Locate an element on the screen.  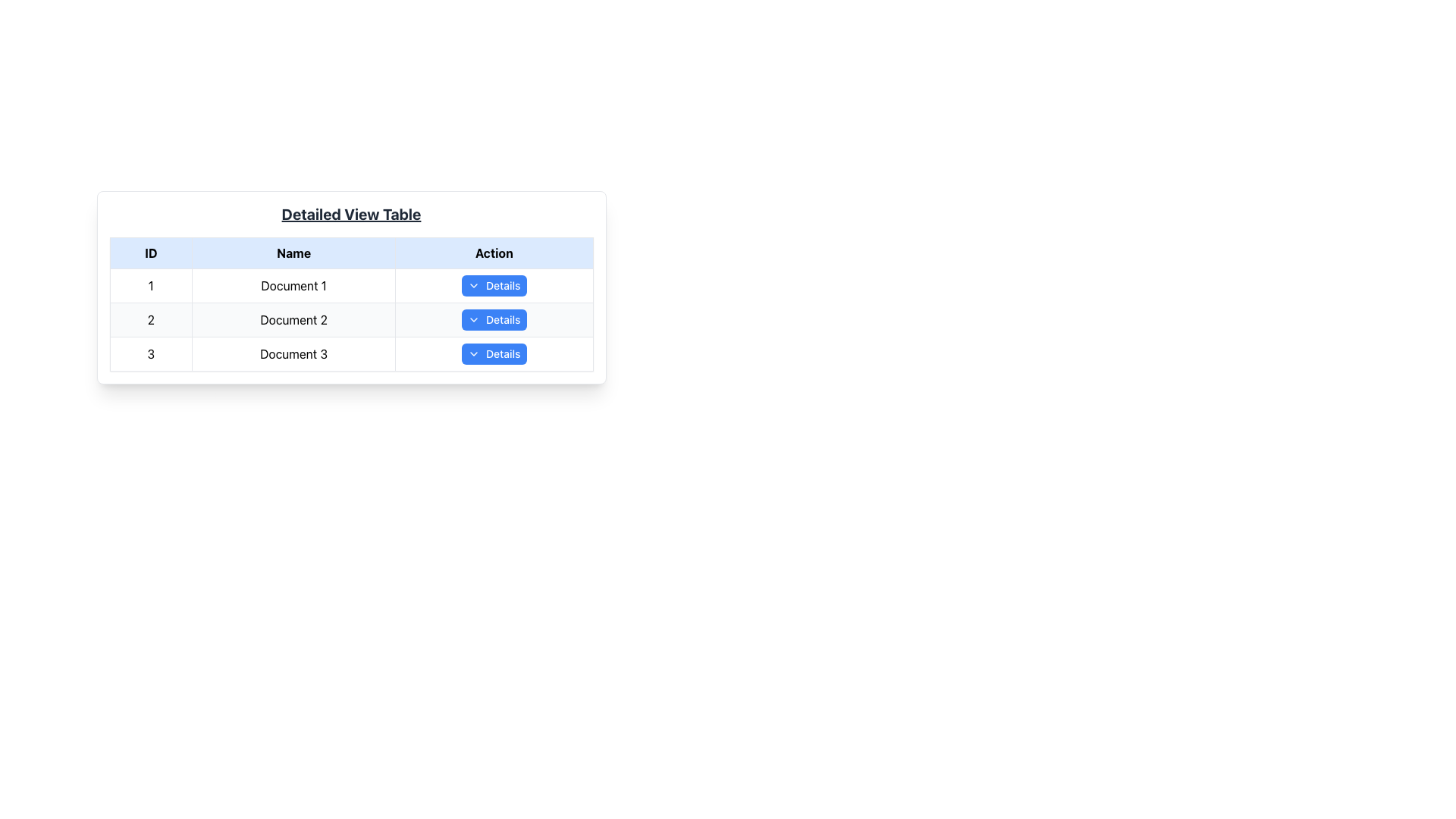
the 'Name' Table Header Cell, which is the second column header in the table, styled in bold black text on a light blue background is located at coordinates (293, 253).